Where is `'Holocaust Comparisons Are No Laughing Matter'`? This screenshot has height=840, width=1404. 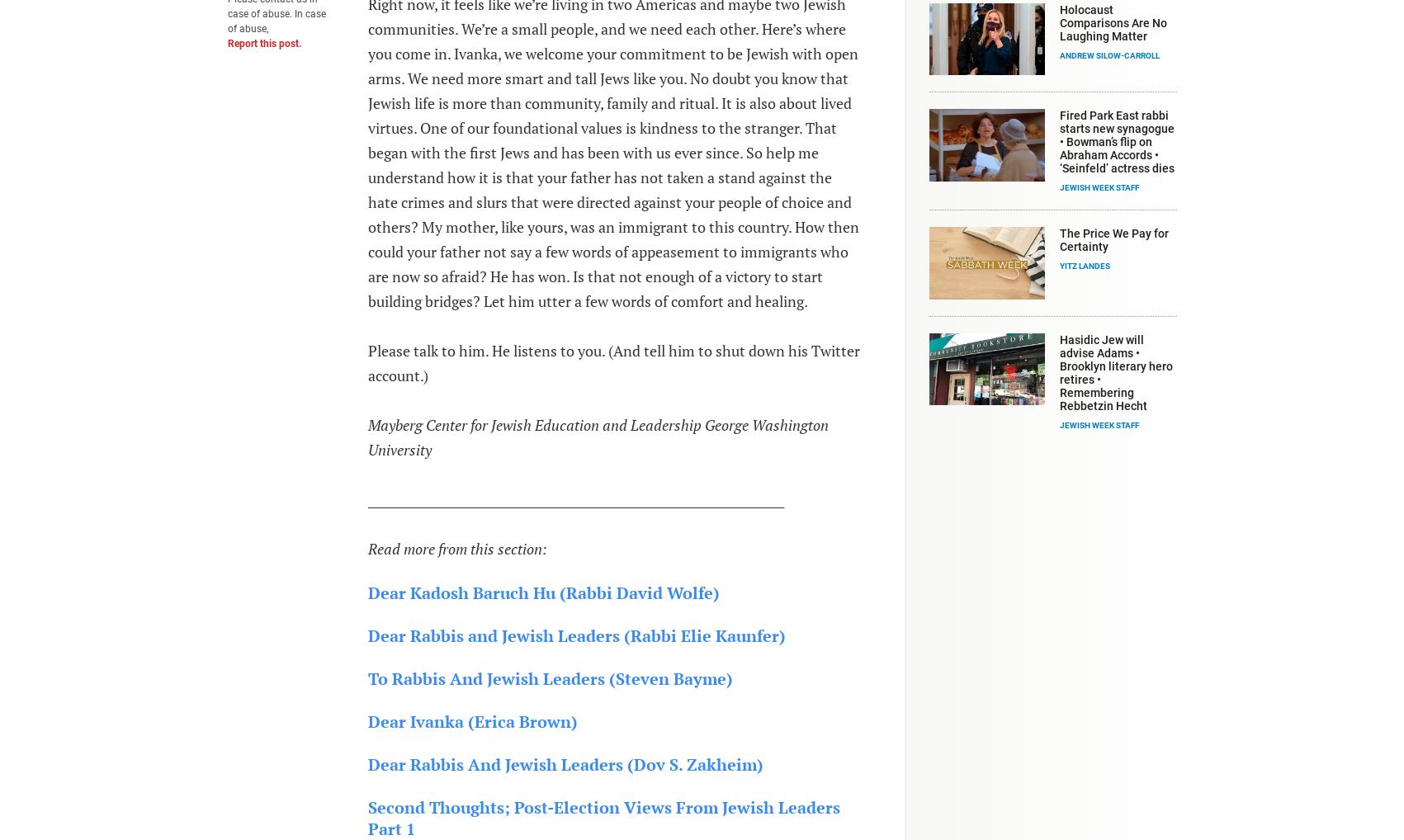 'Holocaust Comparisons Are No Laughing Matter' is located at coordinates (1112, 21).